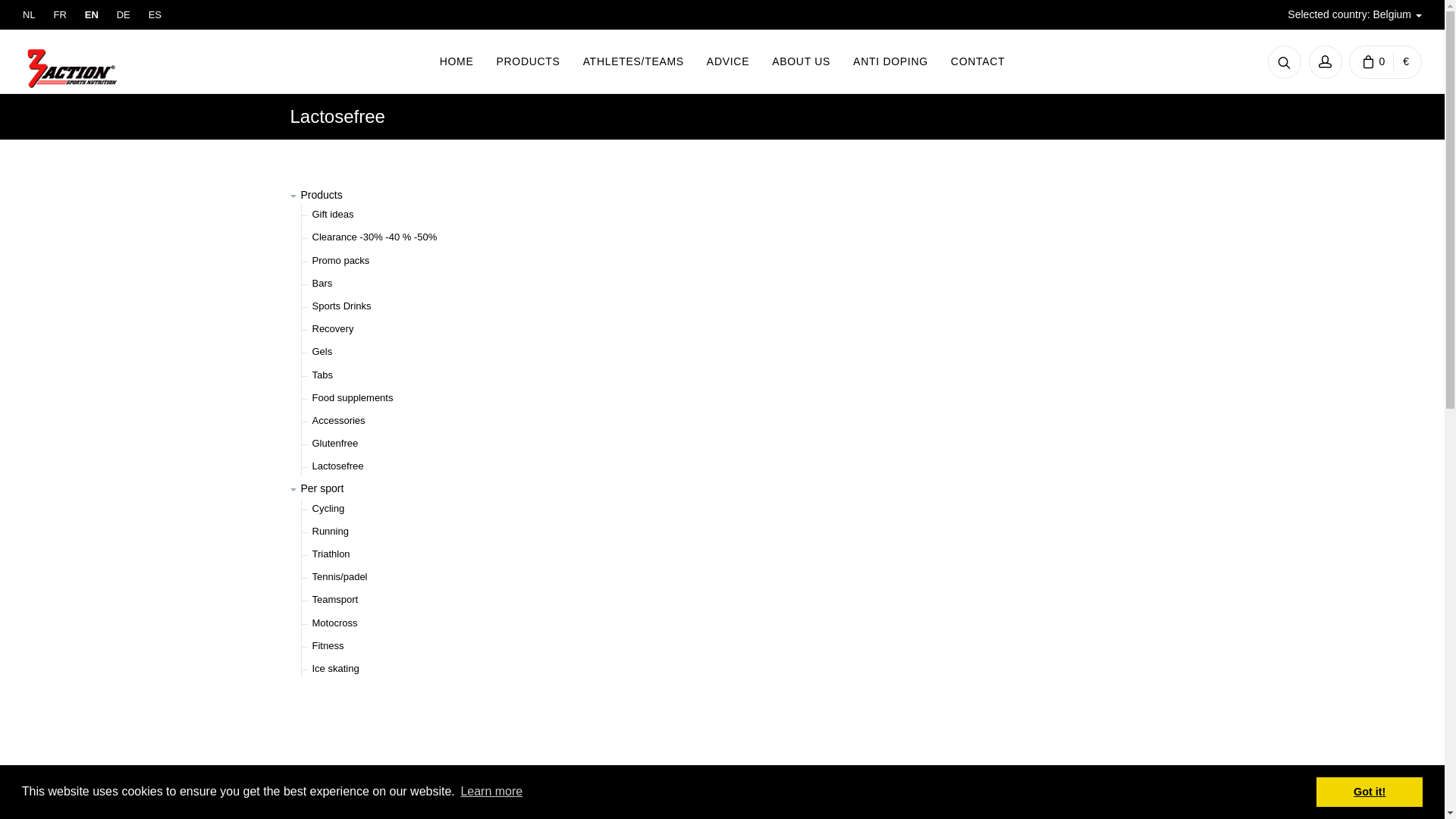  Describe the element at coordinates (90, 14) in the screenshot. I see `'EN'` at that location.